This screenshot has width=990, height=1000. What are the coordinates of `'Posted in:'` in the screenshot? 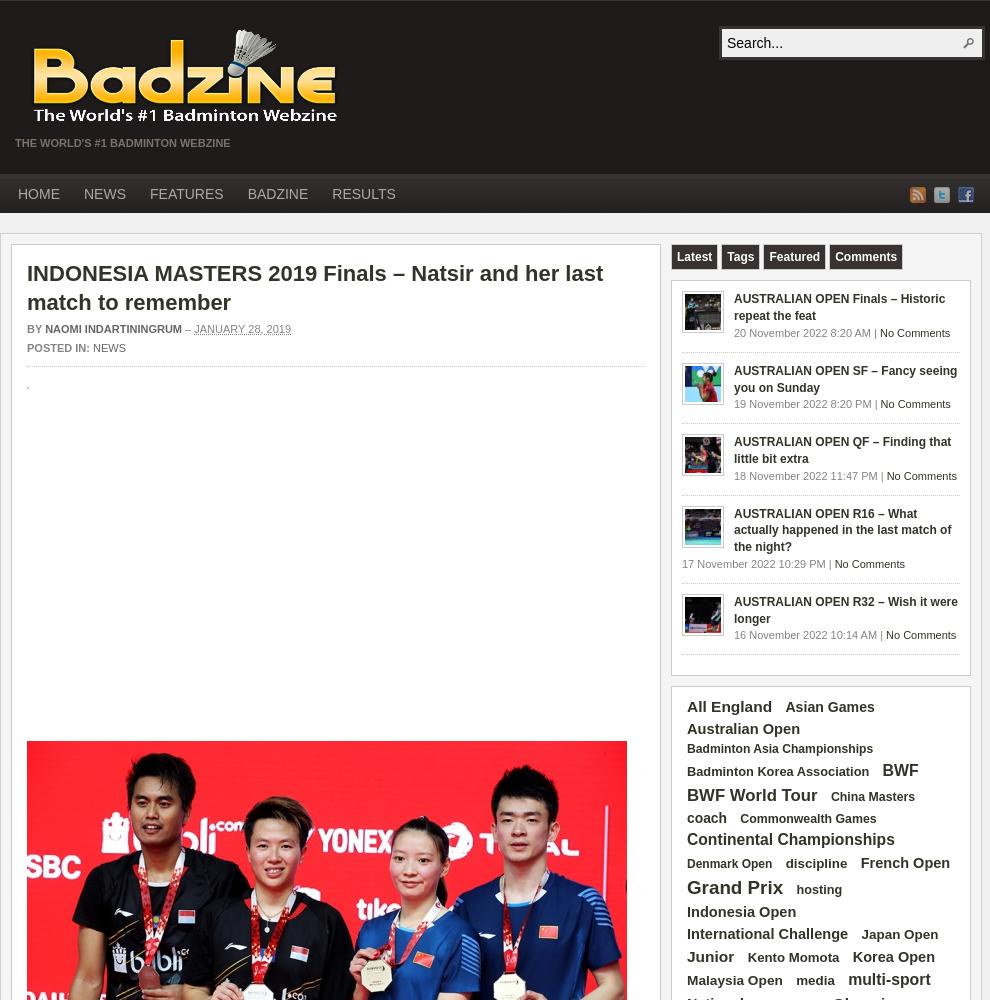 It's located at (59, 346).